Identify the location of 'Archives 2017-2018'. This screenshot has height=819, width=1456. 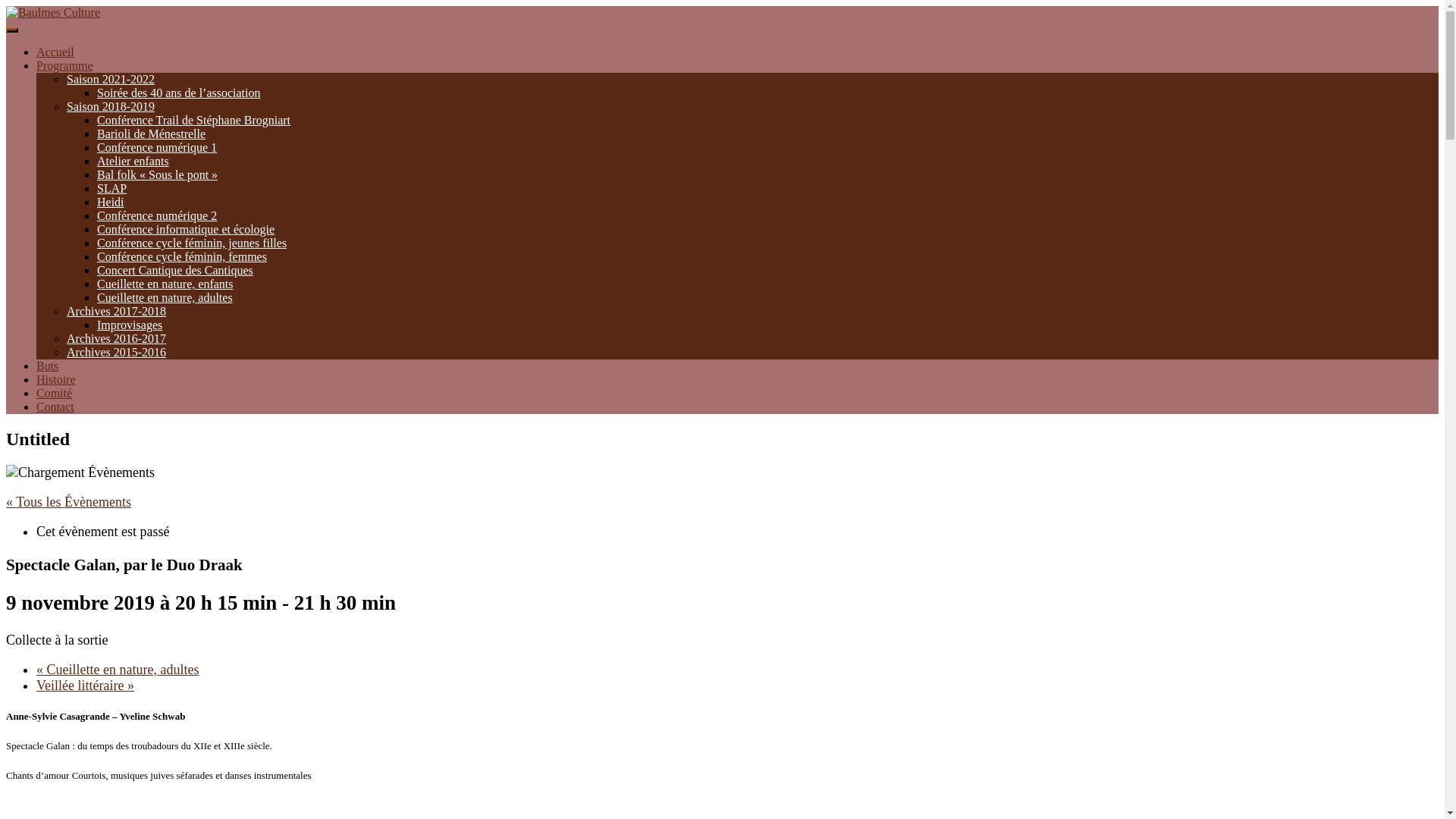
(65, 310).